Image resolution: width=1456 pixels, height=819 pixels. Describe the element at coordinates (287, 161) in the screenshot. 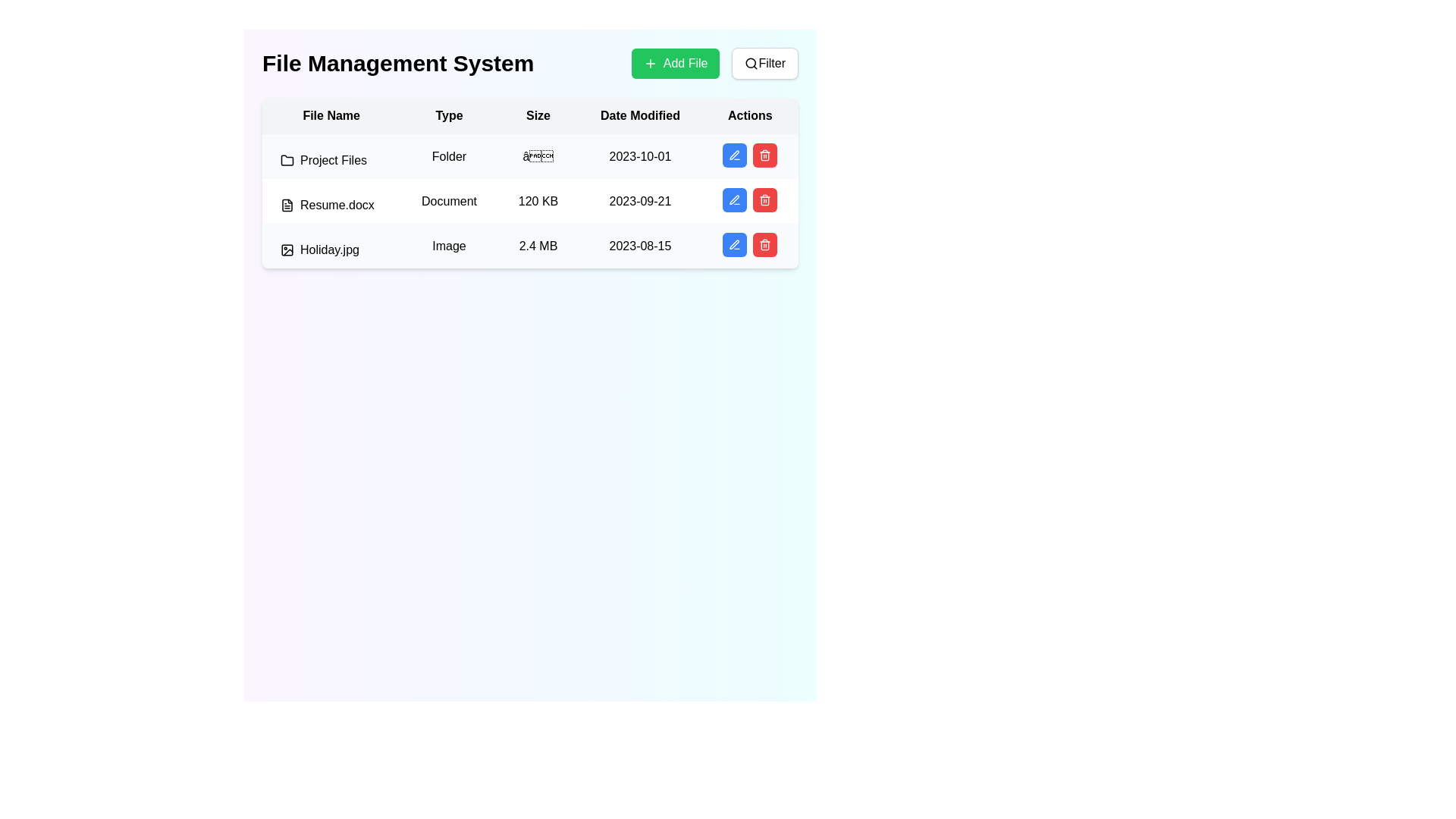

I see `the small folder icon with an outline appearance located to the left of the text label 'Project Files' in the first row of the tabular list under the 'File Name' column` at that location.